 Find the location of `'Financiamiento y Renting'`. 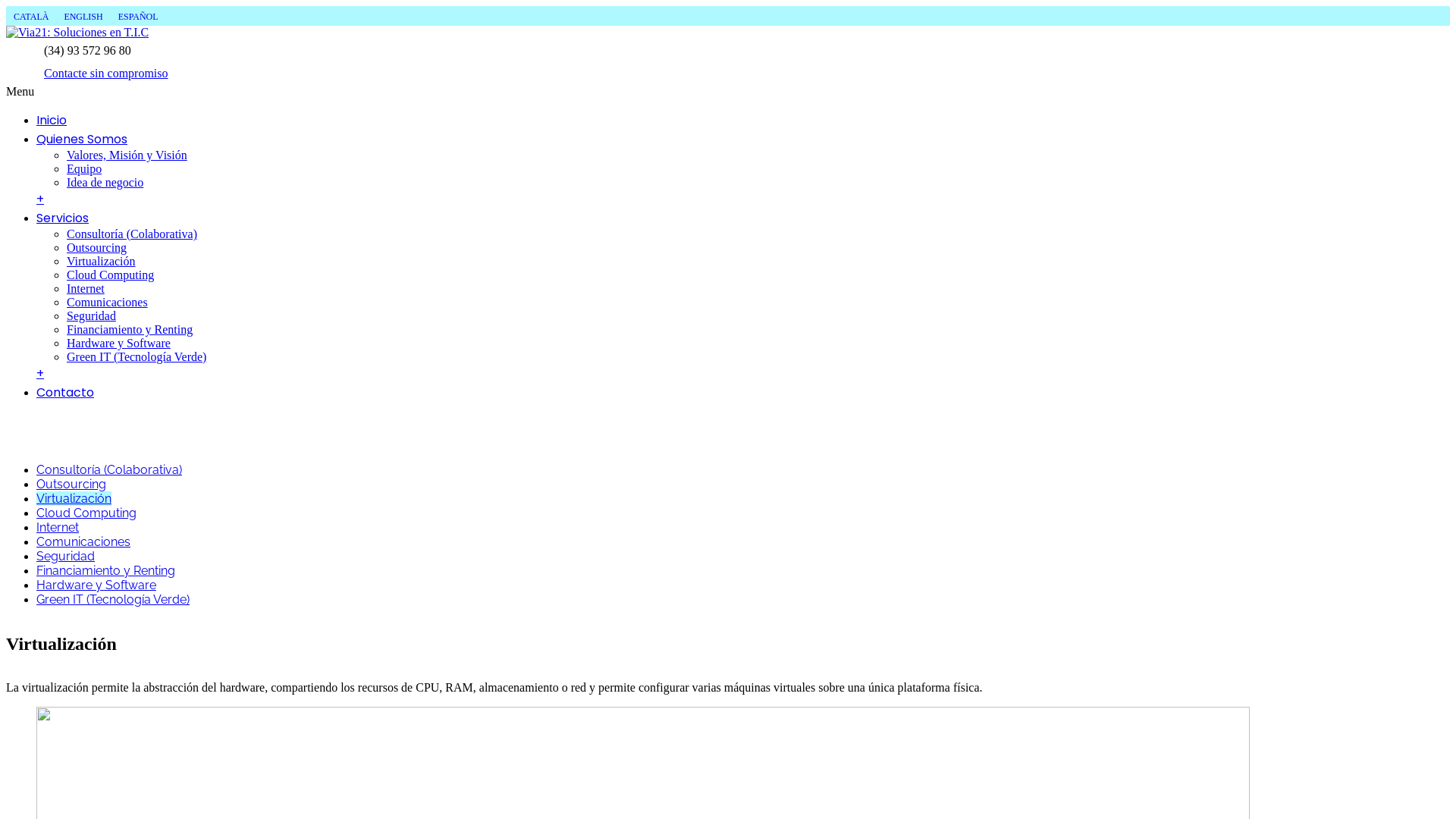

'Financiamiento y Renting' is located at coordinates (105, 570).